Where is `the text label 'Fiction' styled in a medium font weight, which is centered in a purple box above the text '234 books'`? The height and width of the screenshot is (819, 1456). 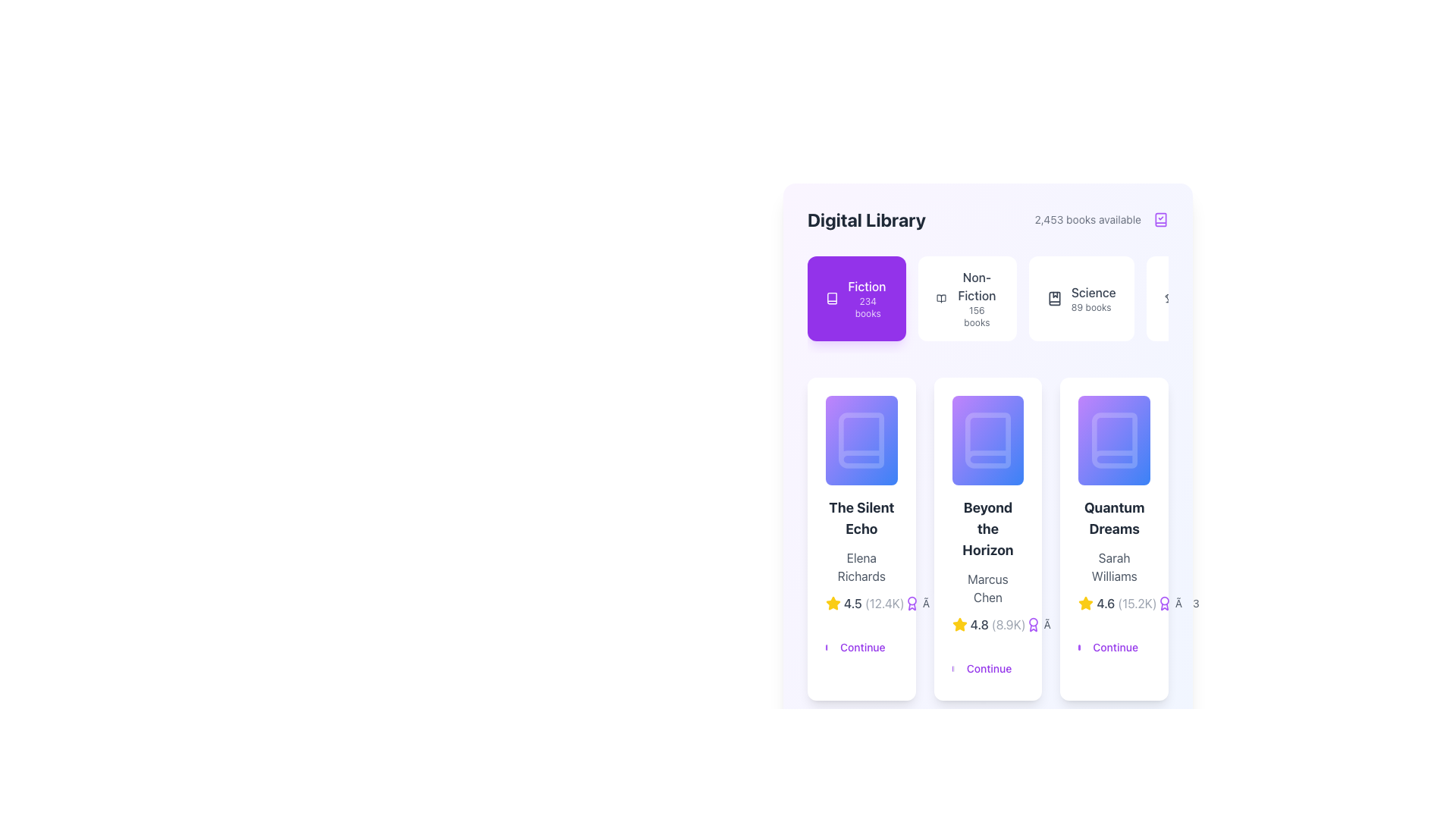
the text label 'Fiction' styled in a medium font weight, which is centered in a purple box above the text '234 books' is located at coordinates (867, 287).